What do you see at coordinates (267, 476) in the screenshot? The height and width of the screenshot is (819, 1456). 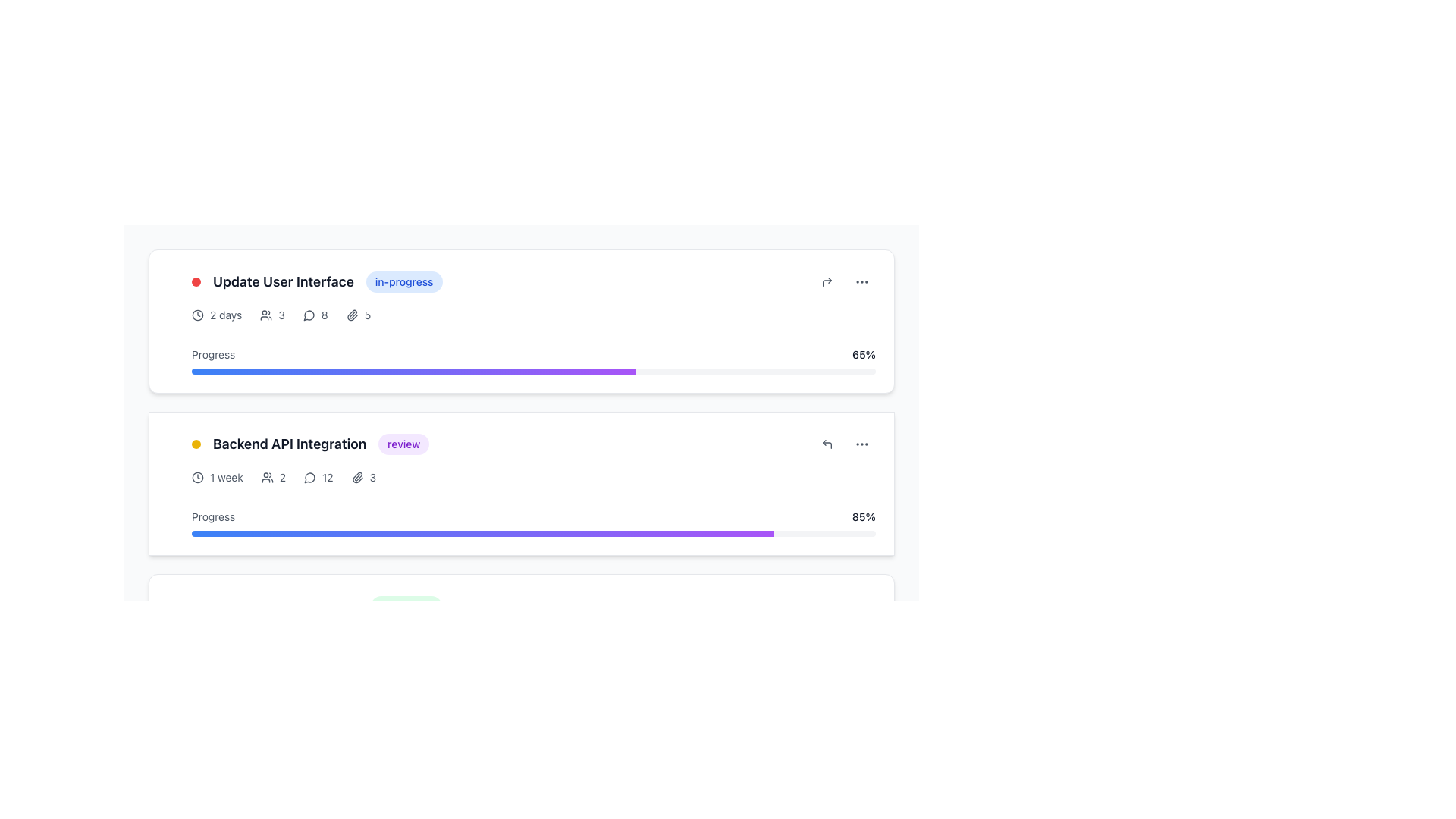 I see `the 'Users' or 'Group' icon which is located in the second information card for the 'Backend API Integration' task, positioned to the left of the display text '2'` at bounding box center [267, 476].